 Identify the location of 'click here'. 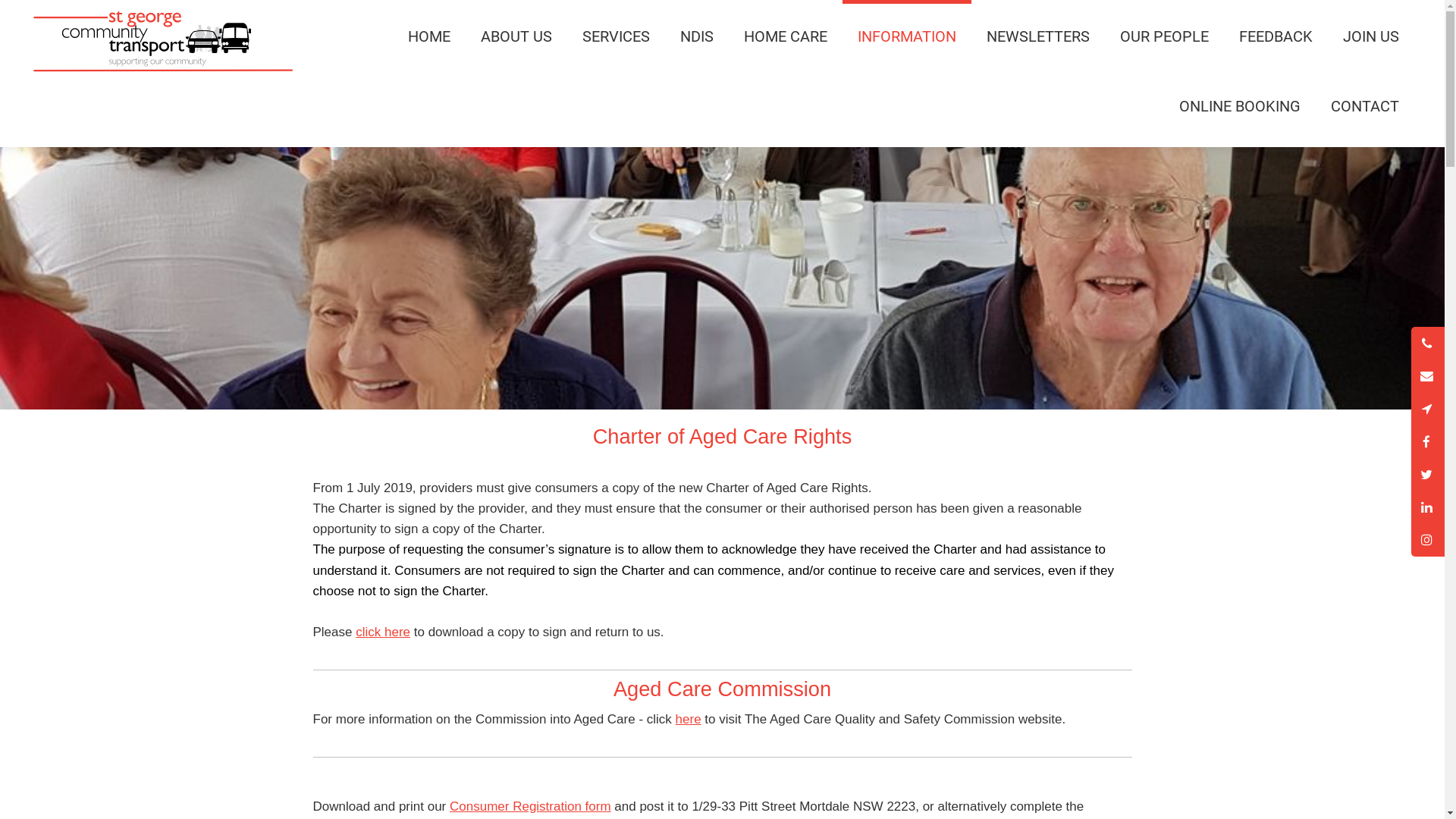
(382, 632).